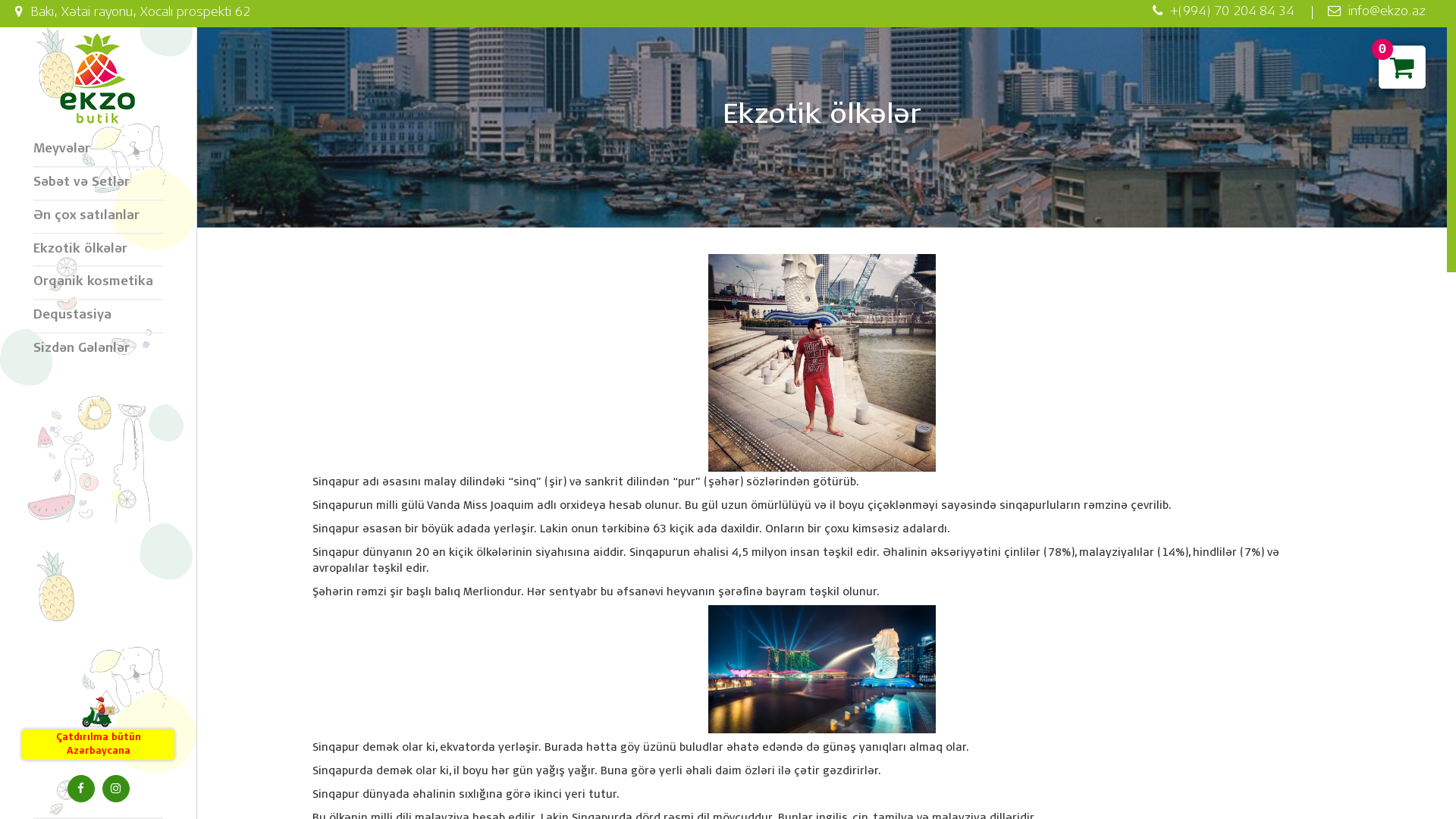 This screenshot has height=819, width=1456. I want to click on 'Orqanik kosmetika', so click(97, 284).